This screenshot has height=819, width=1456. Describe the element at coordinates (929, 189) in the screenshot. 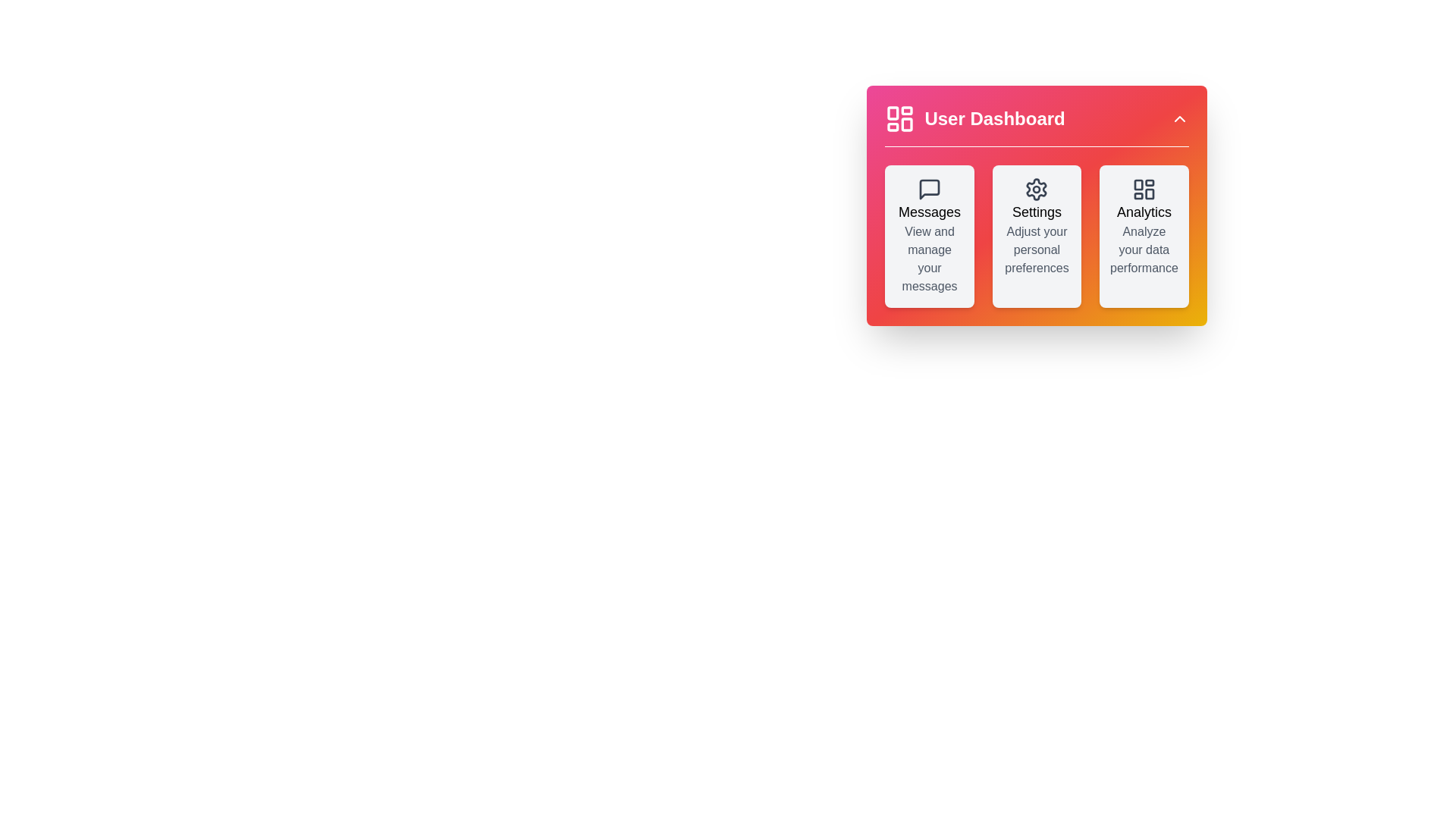

I see `the small speech bubble icon representing messages at the top of the 'Messages' card in the 'User Dashboard' section` at that location.